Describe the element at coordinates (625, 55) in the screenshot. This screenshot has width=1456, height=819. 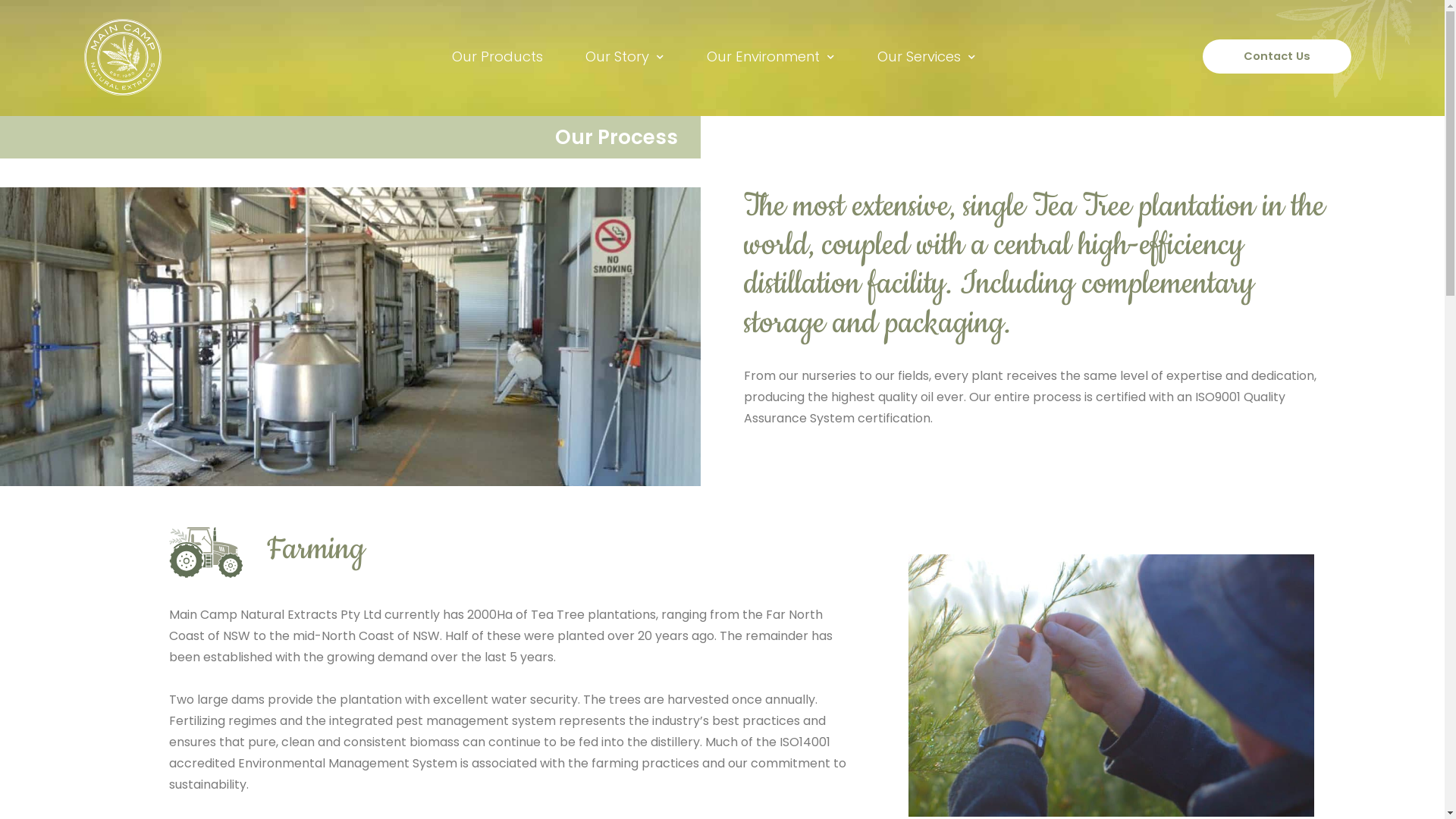
I see `'Our Story'` at that location.